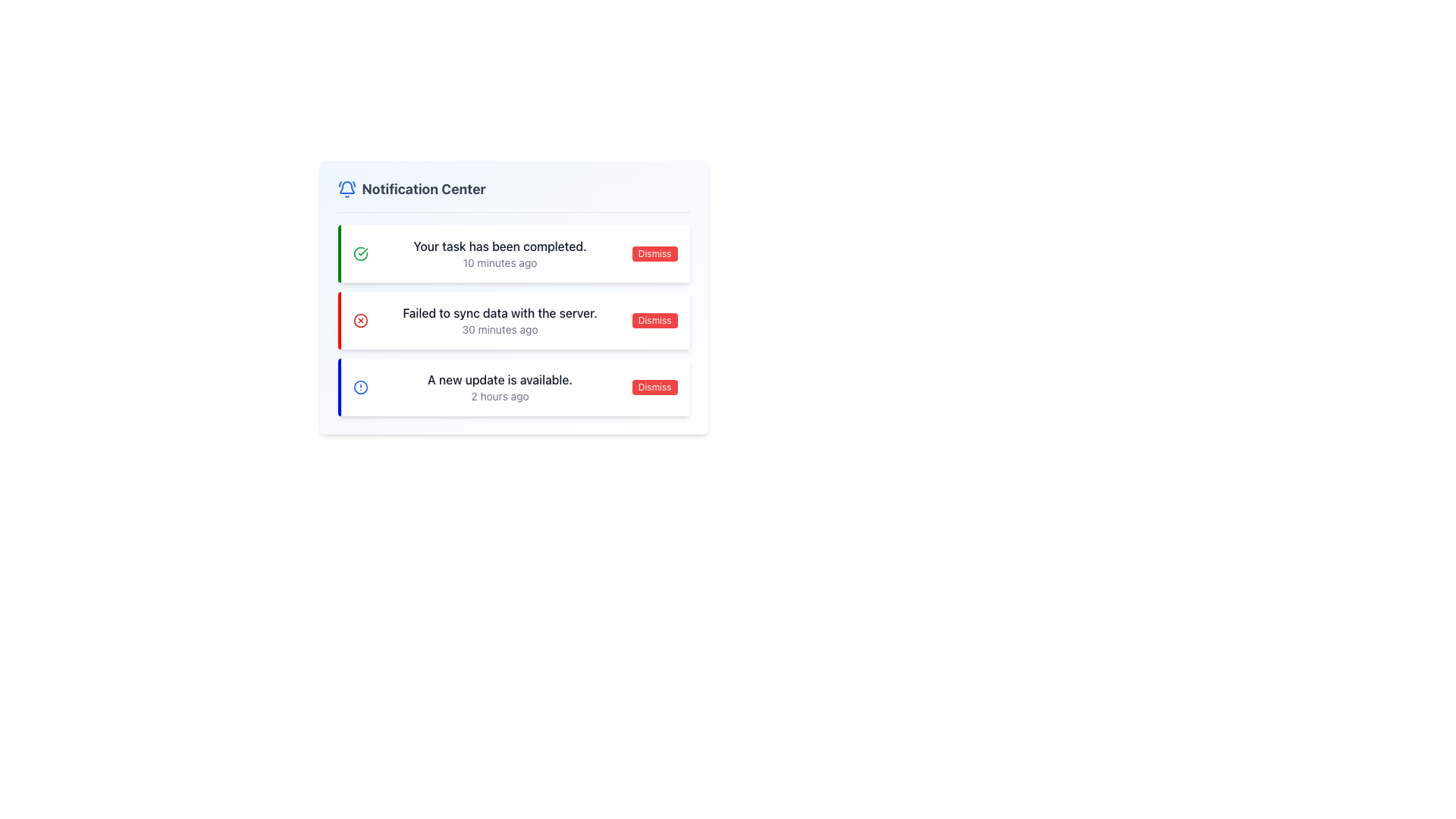 The image size is (1456, 819). What do you see at coordinates (359, 320) in the screenshot?
I see `the circular red-bordered icon with a bold 'X' symbol, indicating an error, located to the left of the text 'Failed to sync data with the server.'` at bounding box center [359, 320].